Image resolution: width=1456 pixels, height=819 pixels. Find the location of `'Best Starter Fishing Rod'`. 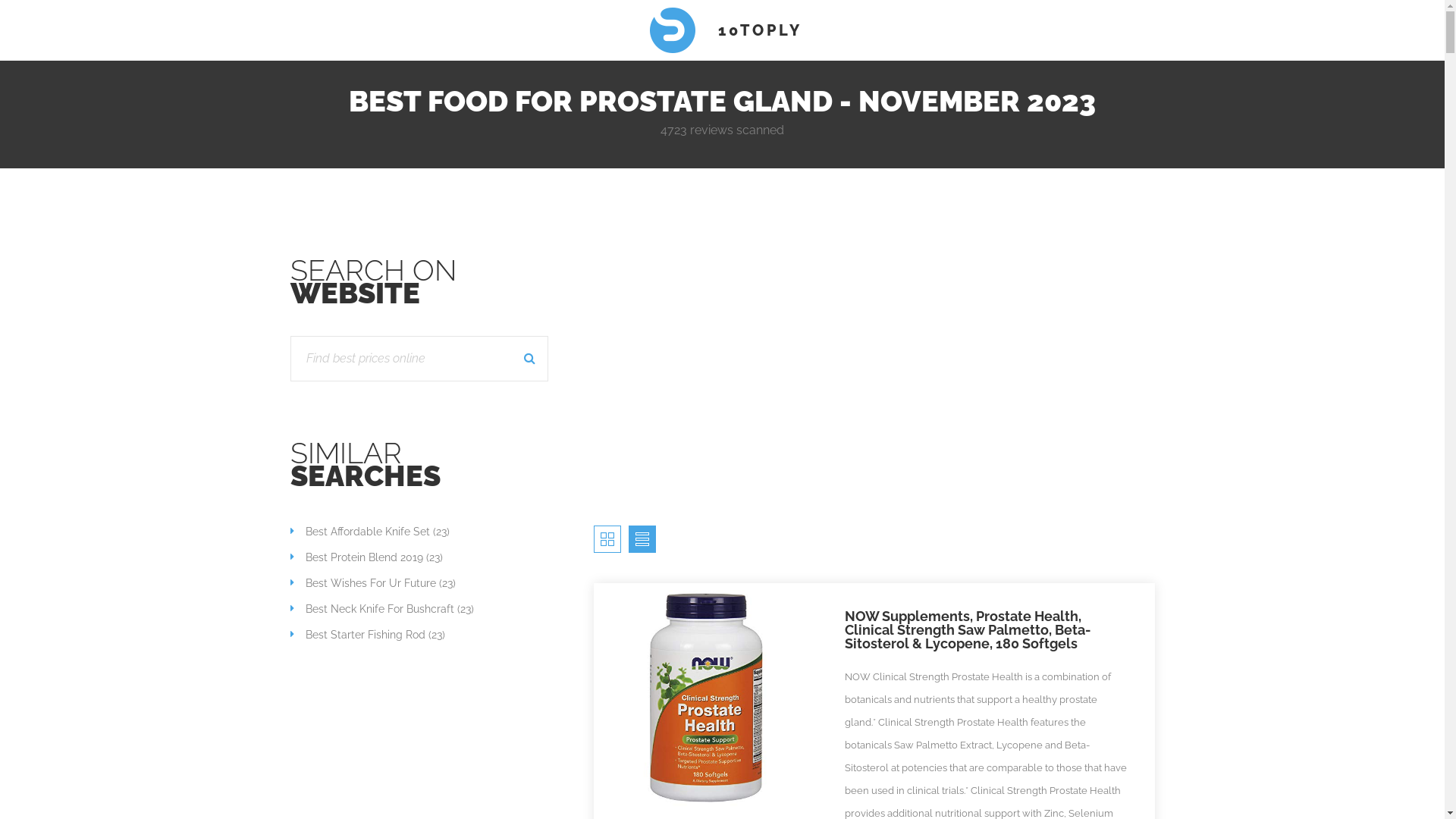

'Best Starter Fishing Rod' is located at coordinates (290, 635).